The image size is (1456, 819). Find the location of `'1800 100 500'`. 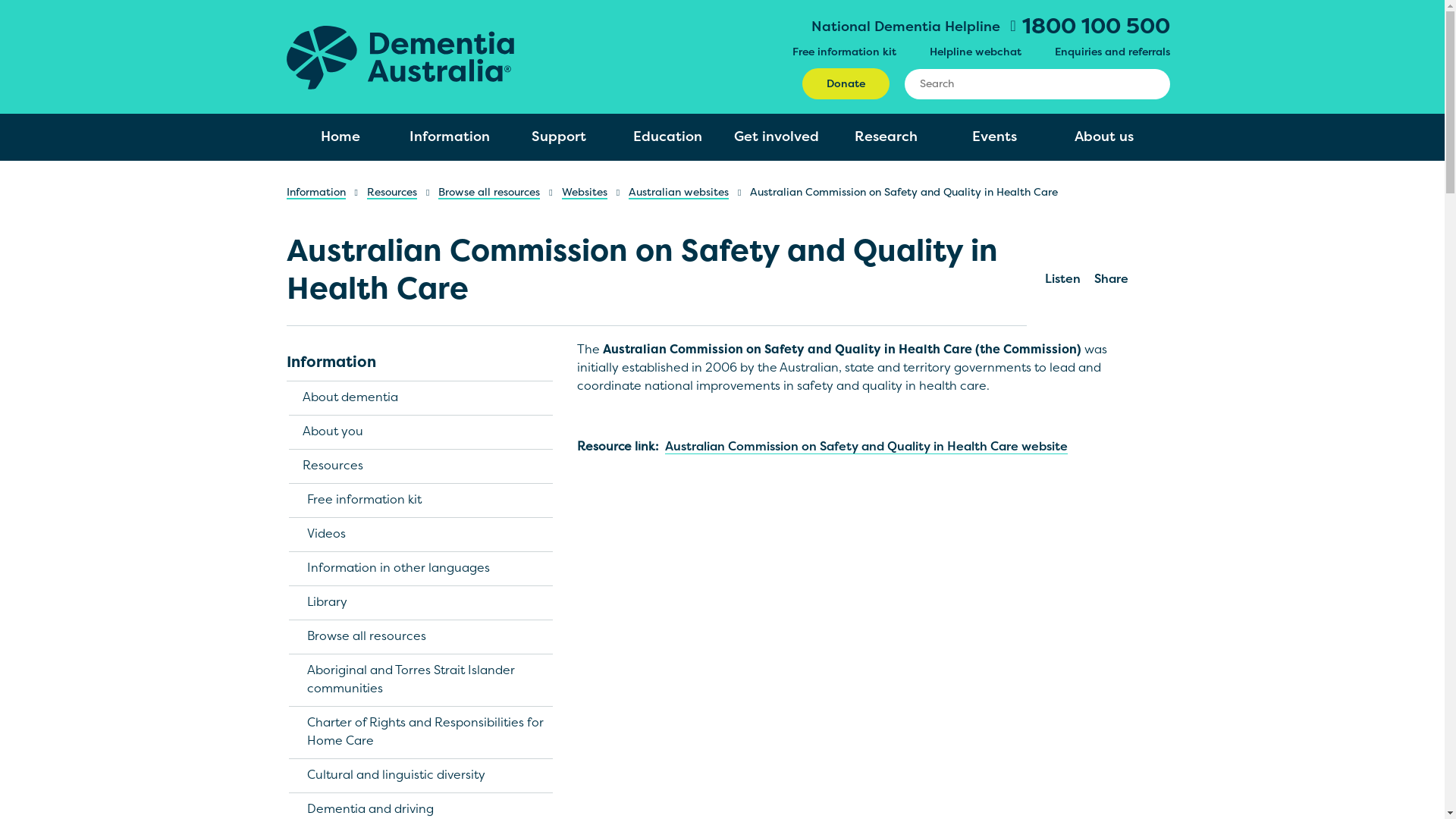

'1800 100 500' is located at coordinates (1088, 28).